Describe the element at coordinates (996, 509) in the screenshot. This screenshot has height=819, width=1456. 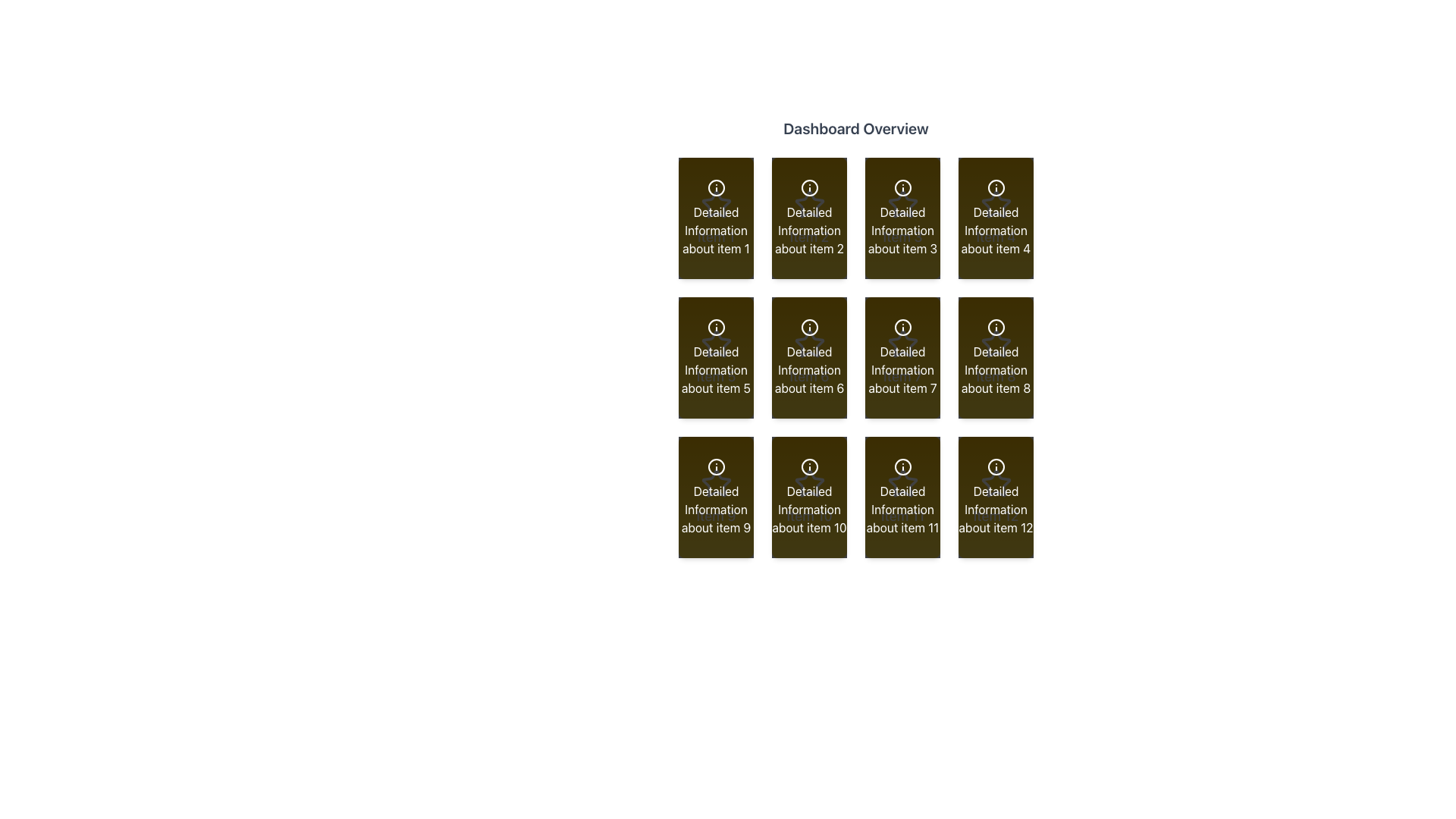
I see `the Text Label that provides detailed information about item 12, located in the fourth row, last column of the grid` at that location.